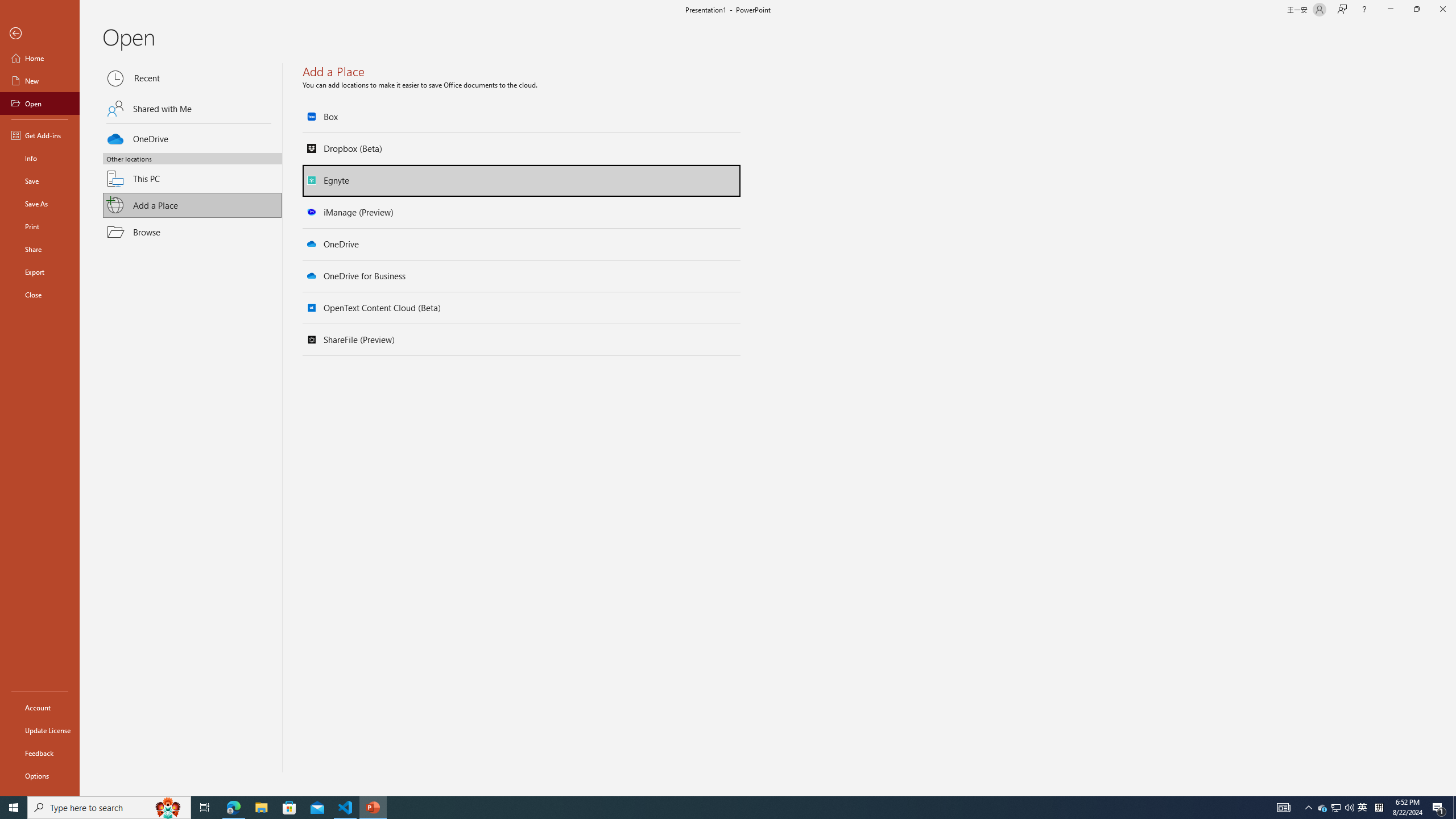 The height and width of the screenshot is (819, 1456). Describe the element at coordinates (39, 272) in the screenshot. I see `'Export'` at that location.